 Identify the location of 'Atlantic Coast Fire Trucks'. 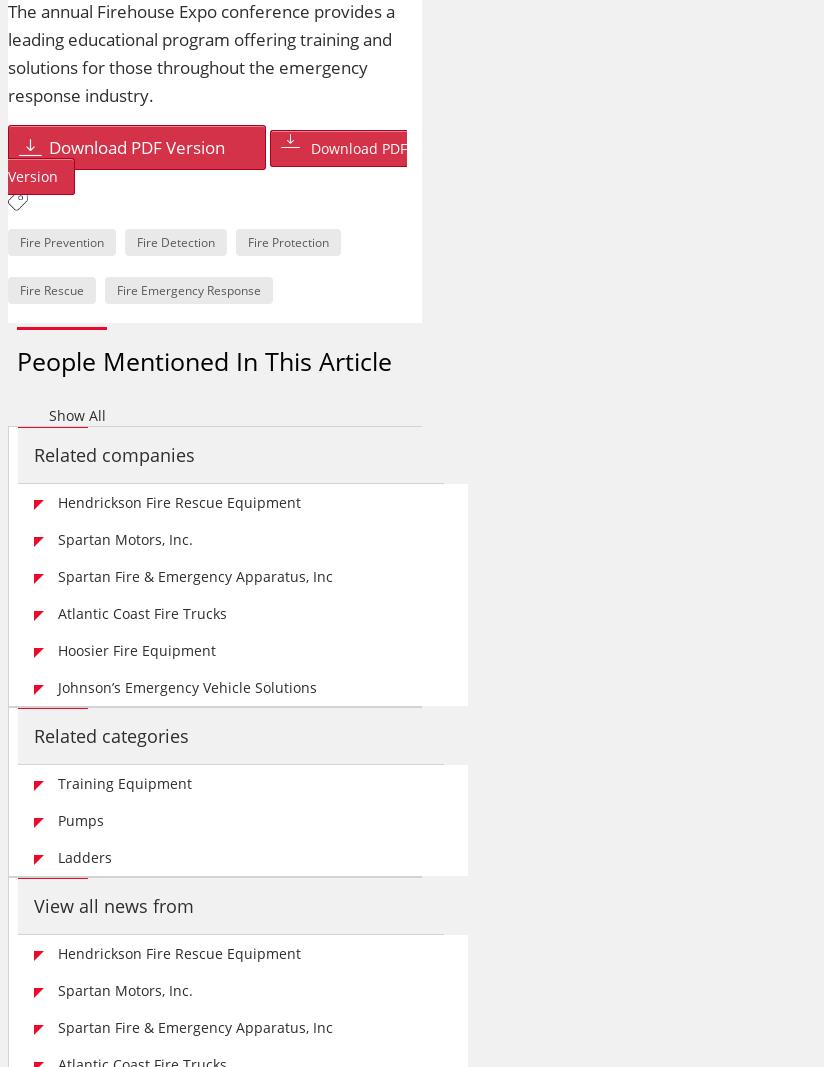
(58, 613).